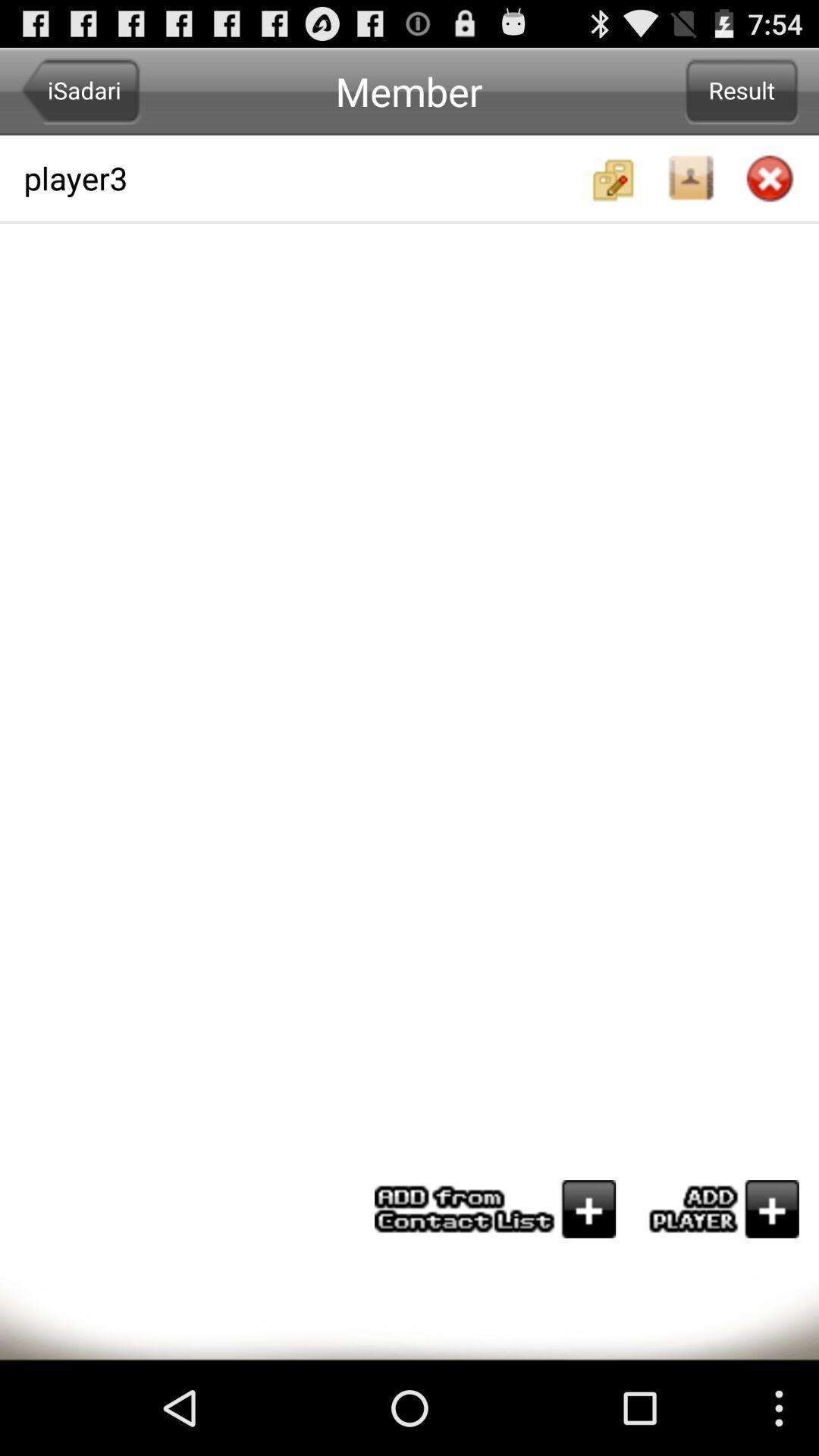 This screenshot has height=1456, width=819. What do you see at coordinates (80, 90) in the screenshot?
I see `isadari icon` at bounding box center [80, 90].